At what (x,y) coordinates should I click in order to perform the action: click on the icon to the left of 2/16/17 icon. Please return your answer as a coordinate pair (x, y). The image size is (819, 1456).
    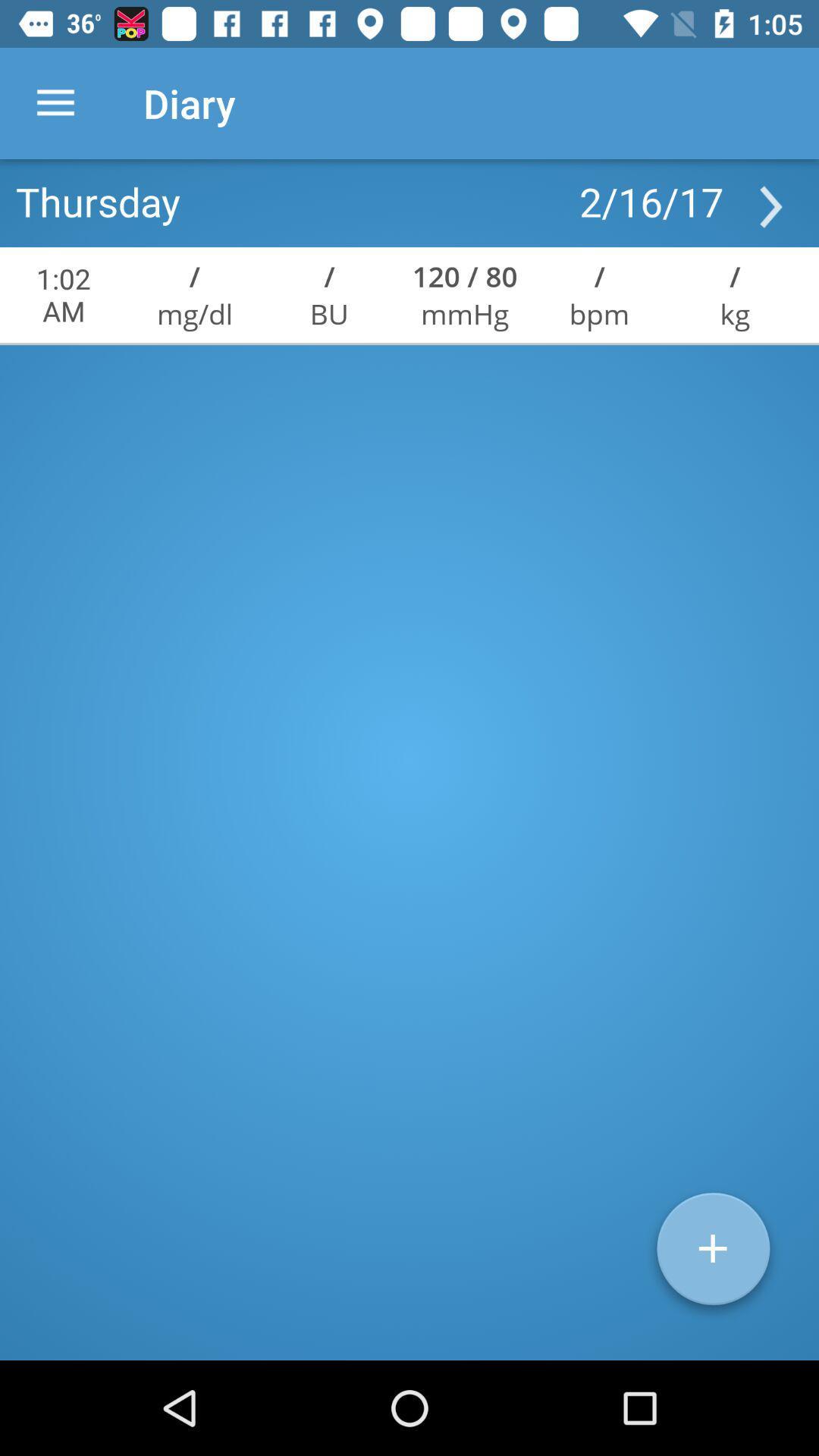
    Looking at the image, I should click on (98, 200).